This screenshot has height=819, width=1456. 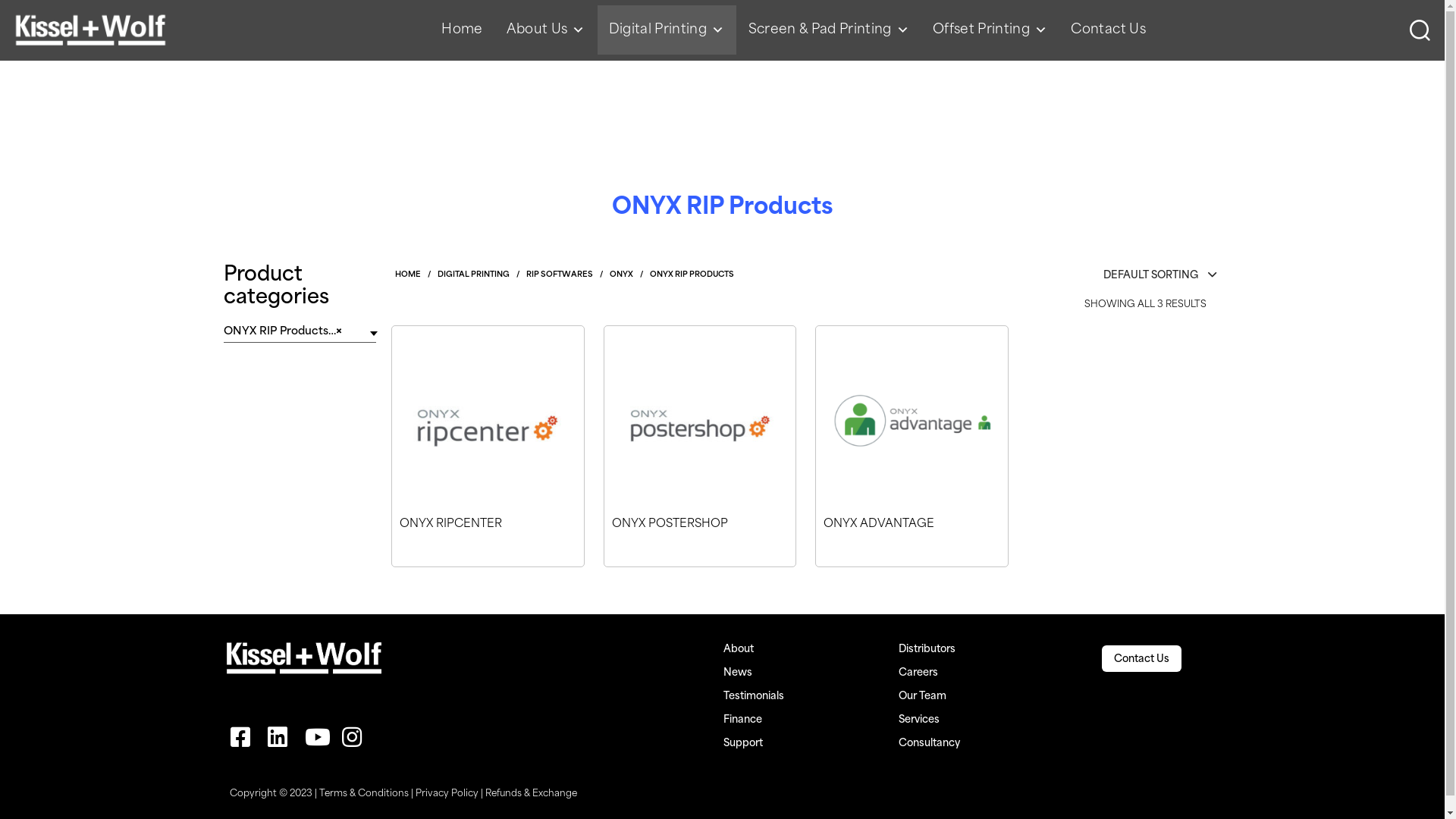 What do you see at coordinates (899, 742) in the screenshot?
I see `'Consultancy'` at bounding box center [899, 742].